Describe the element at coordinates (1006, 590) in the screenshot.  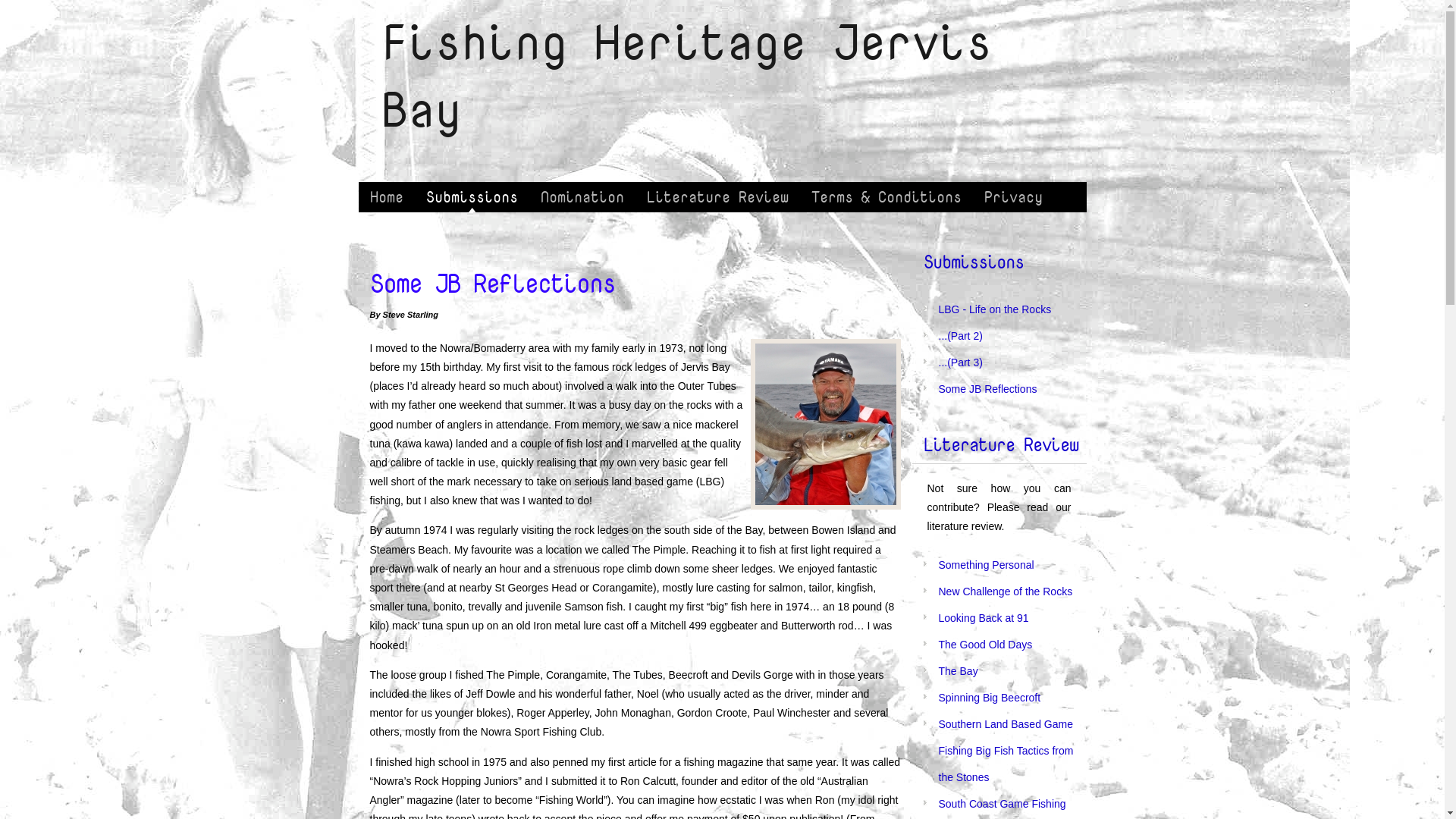
I see `'New Challenge of the Rocks'` at that location.